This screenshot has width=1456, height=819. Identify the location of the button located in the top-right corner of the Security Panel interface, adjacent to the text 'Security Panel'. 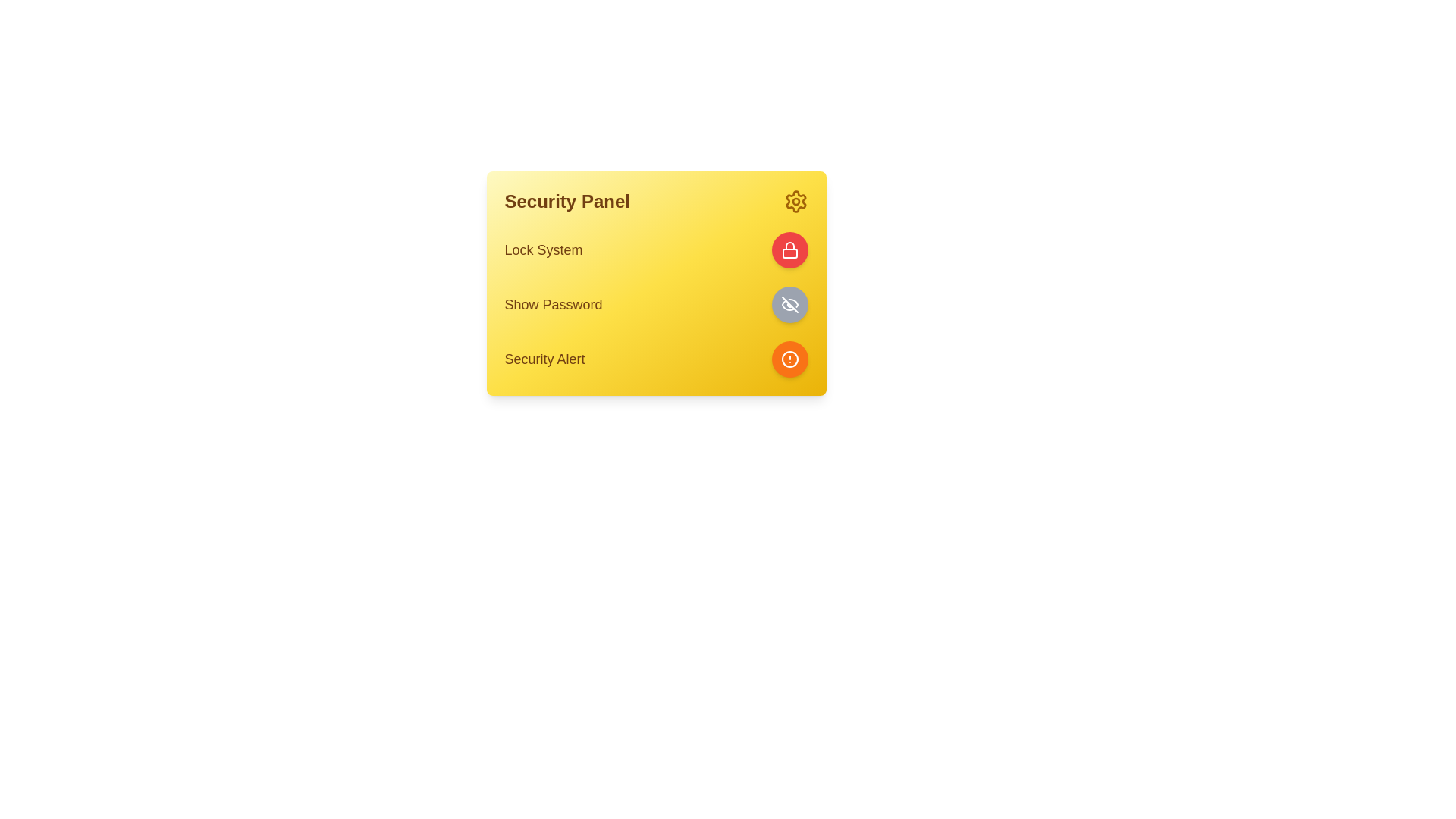
(795, 201).